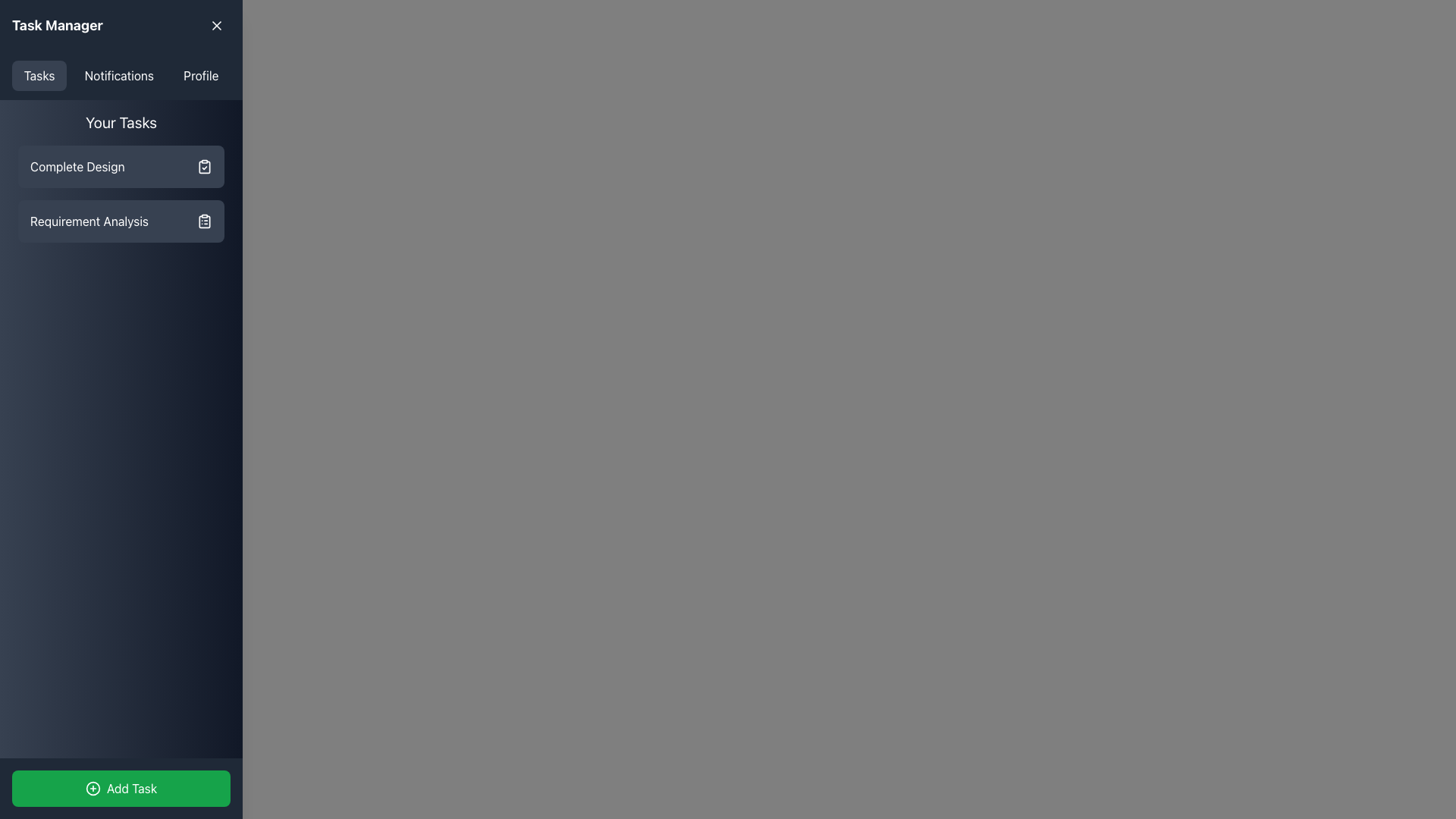  I want to click on the notifications button located between the 'Tasks' button and the 'Profile' button in the 'Task Manager' section, so click(118, 76).